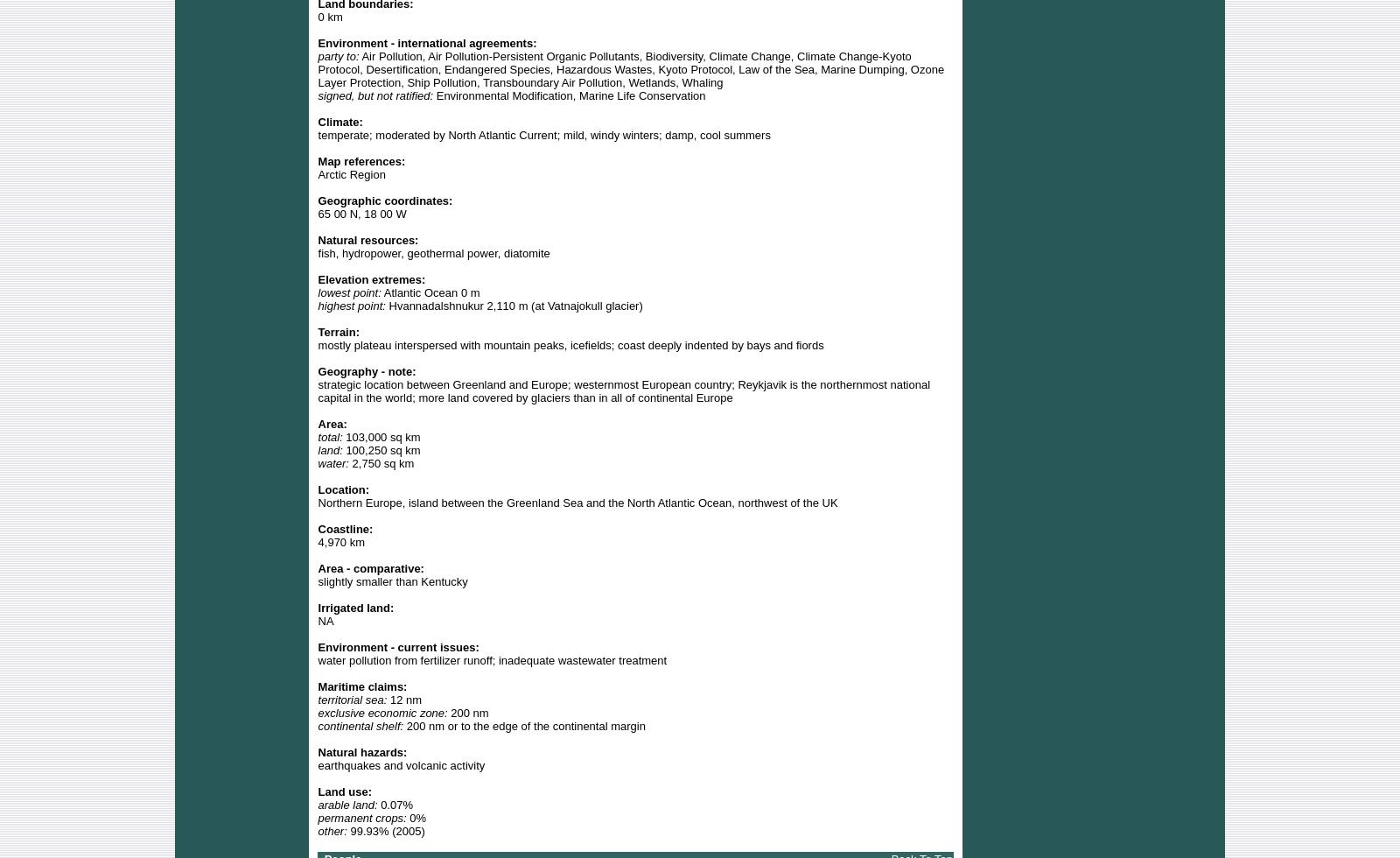  I want to click on '65 00 N, 18 00 W', so click(360, 213).